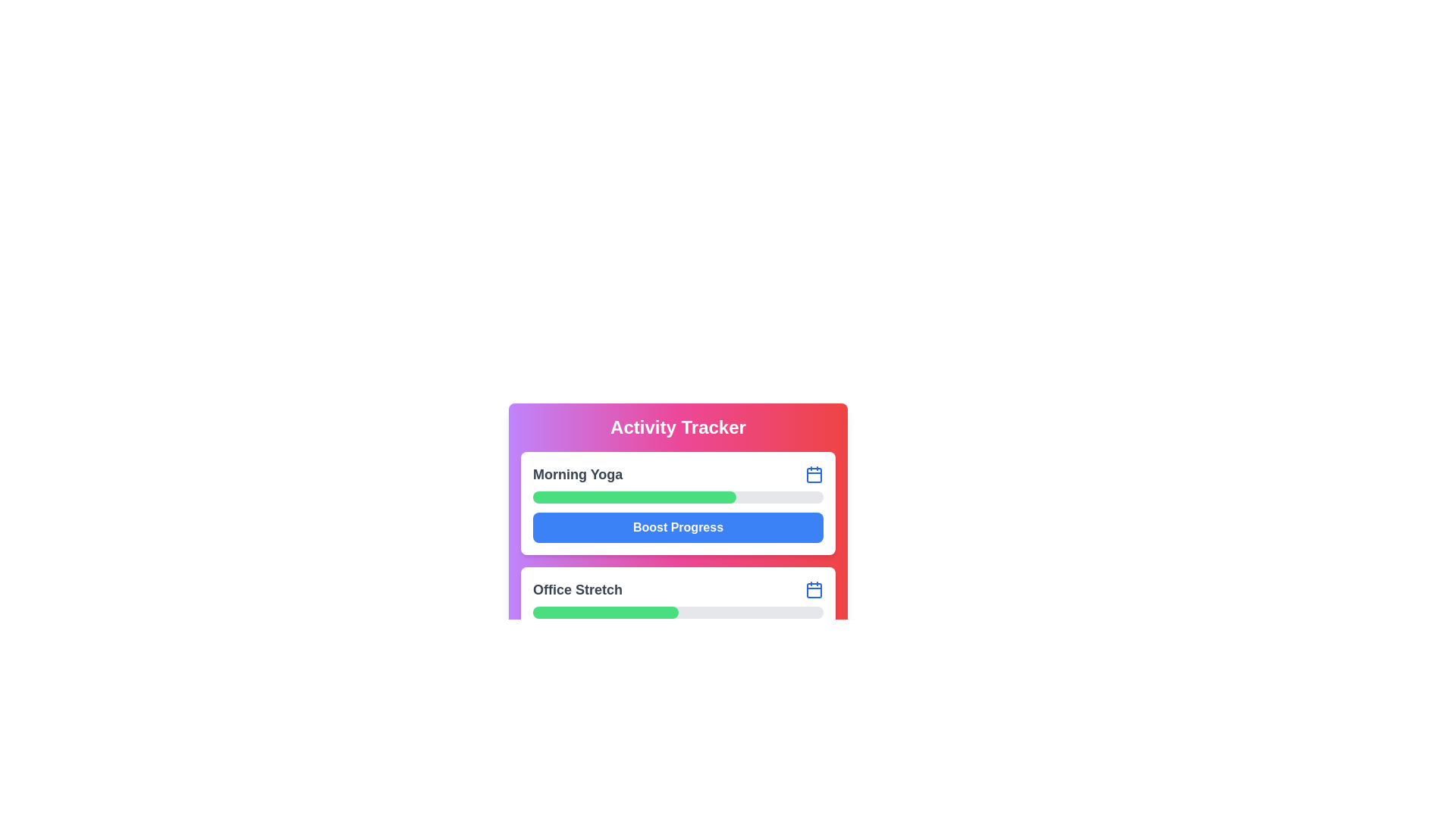 The image size is (1456, 819). What do you see at coordinates (635, 497) in the screenshot?
I see `the horizontal green progress bar under the 'Morning Yoga' label in the 'Activity Tracker' card, which indicates 70% completion` at bounding box center [635, 497].